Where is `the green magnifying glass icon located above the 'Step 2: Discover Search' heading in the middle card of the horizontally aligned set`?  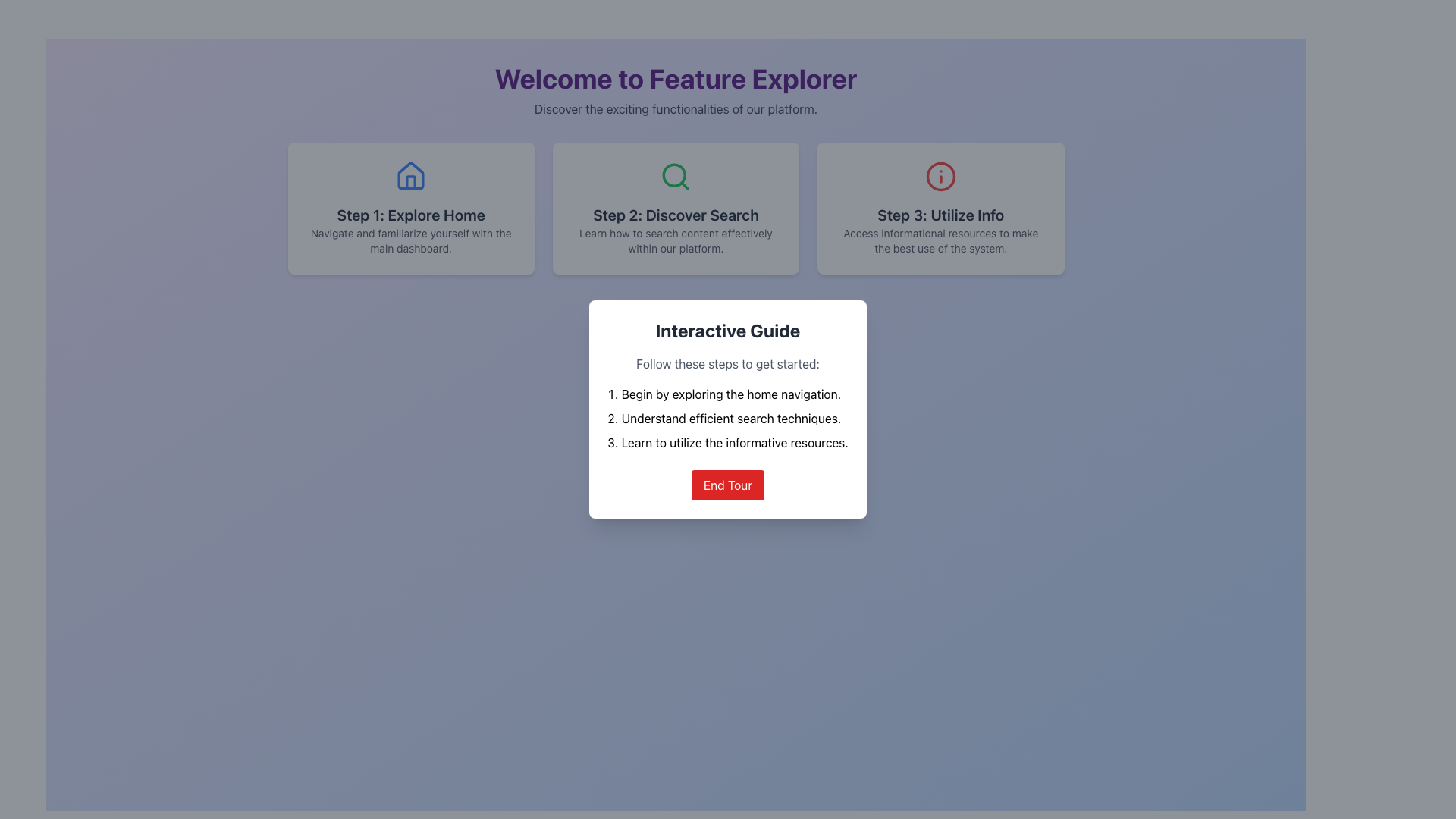 the green magnifying glass icon located above the 'Step 2: Discover Search' heading in the middle card of the horizontally aligned set is located at coordinates (675, 175).